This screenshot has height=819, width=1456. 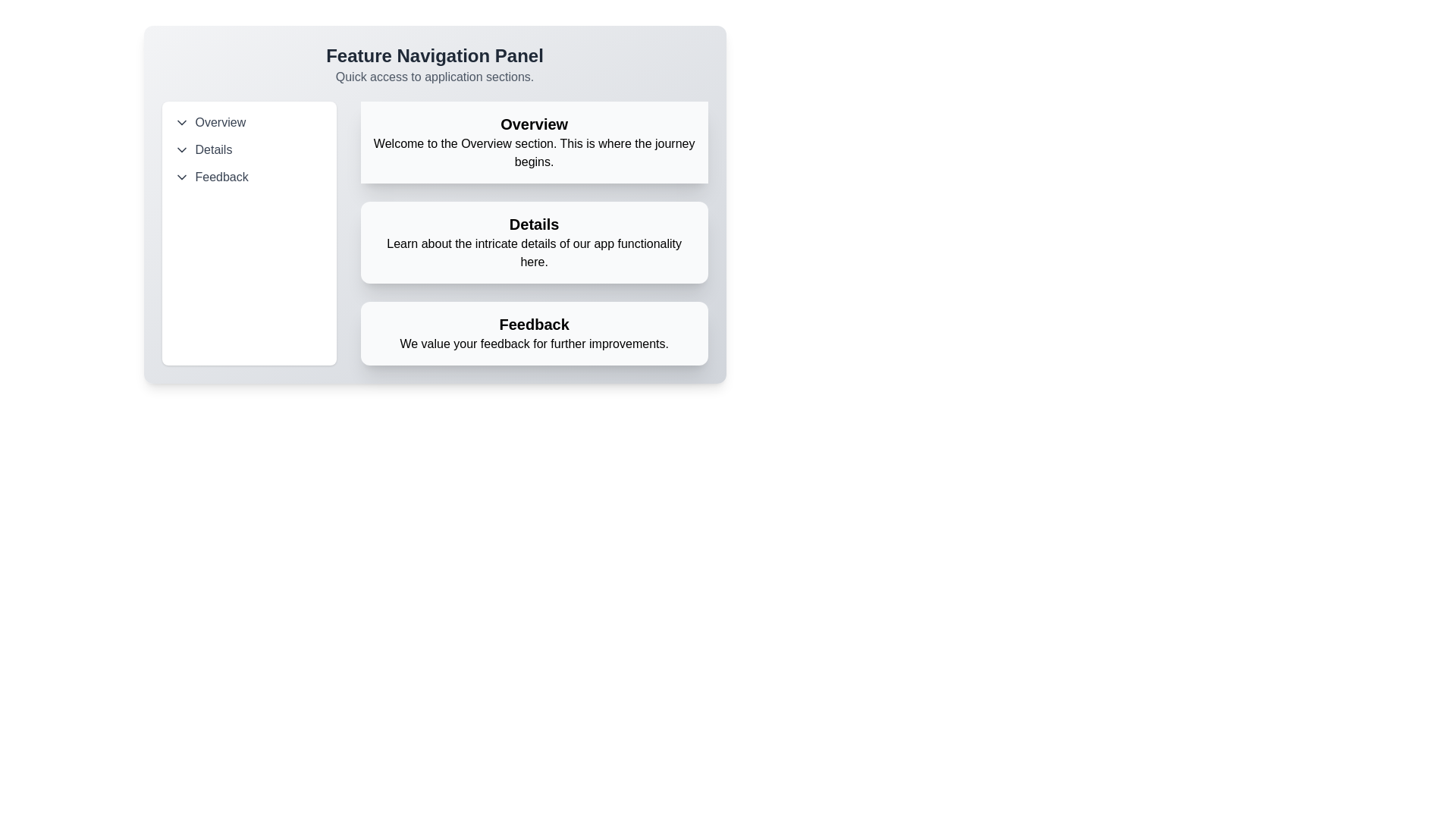 I want to click on the 'Overview' text element, so click(x=534, y=124).